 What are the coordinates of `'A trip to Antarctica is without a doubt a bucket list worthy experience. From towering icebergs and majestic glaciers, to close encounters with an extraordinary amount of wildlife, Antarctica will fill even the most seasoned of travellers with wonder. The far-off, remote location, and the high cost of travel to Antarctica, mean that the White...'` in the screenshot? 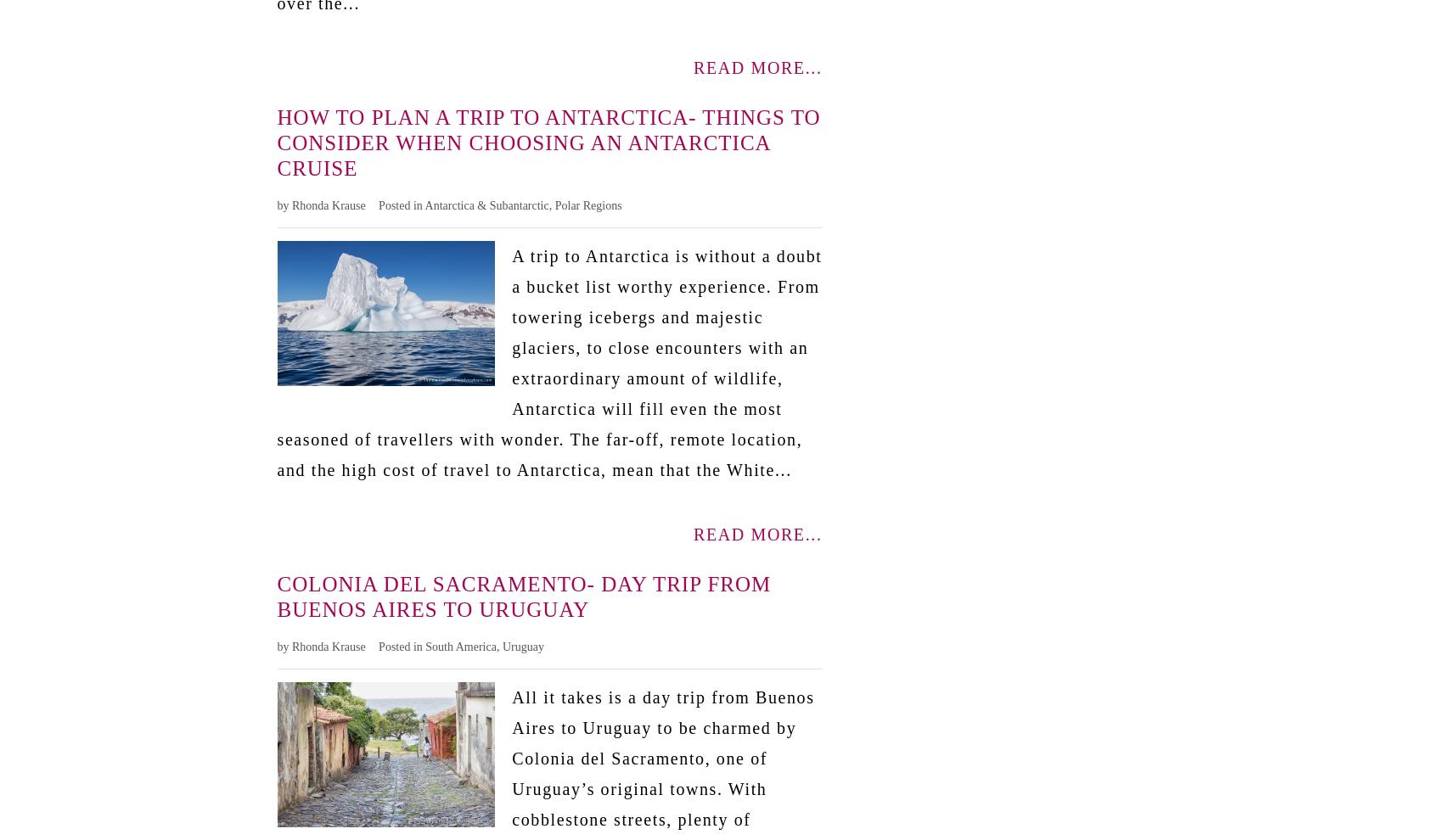 It's located at (548, 361).